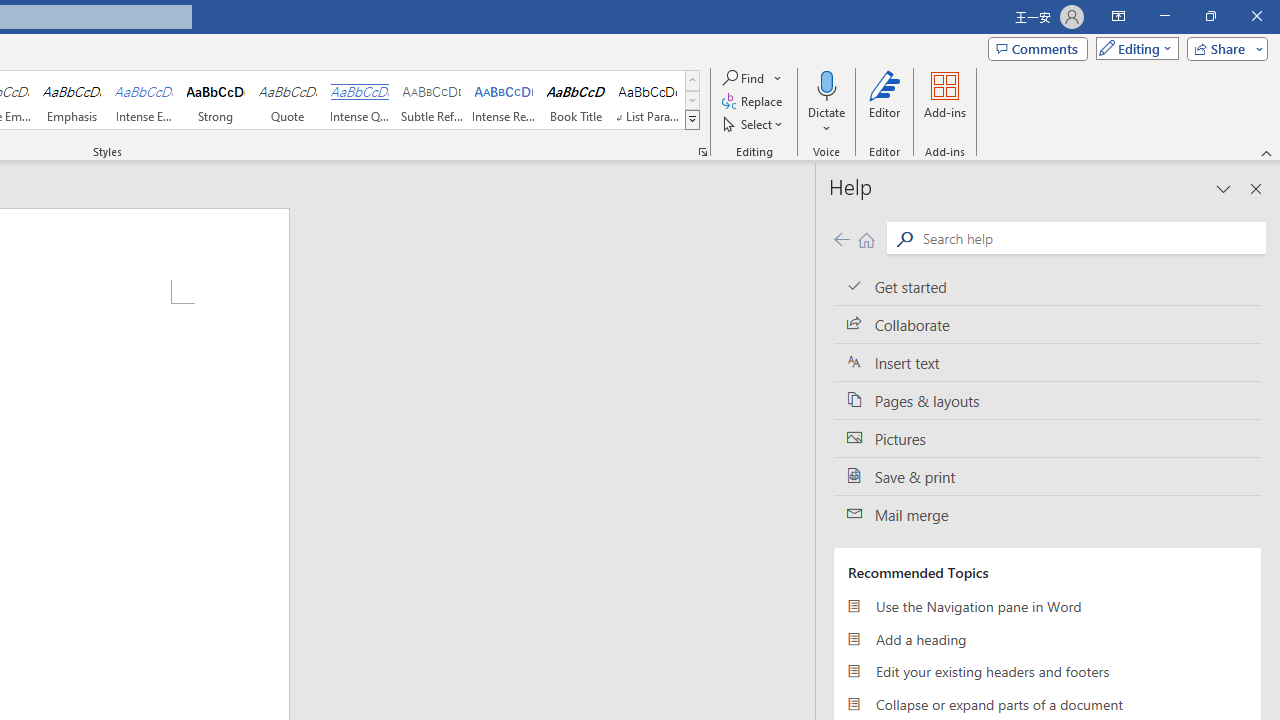 This screenshot has width=1280, height=720. I want to click on 'Task Pane Options', so click(1223, 189).